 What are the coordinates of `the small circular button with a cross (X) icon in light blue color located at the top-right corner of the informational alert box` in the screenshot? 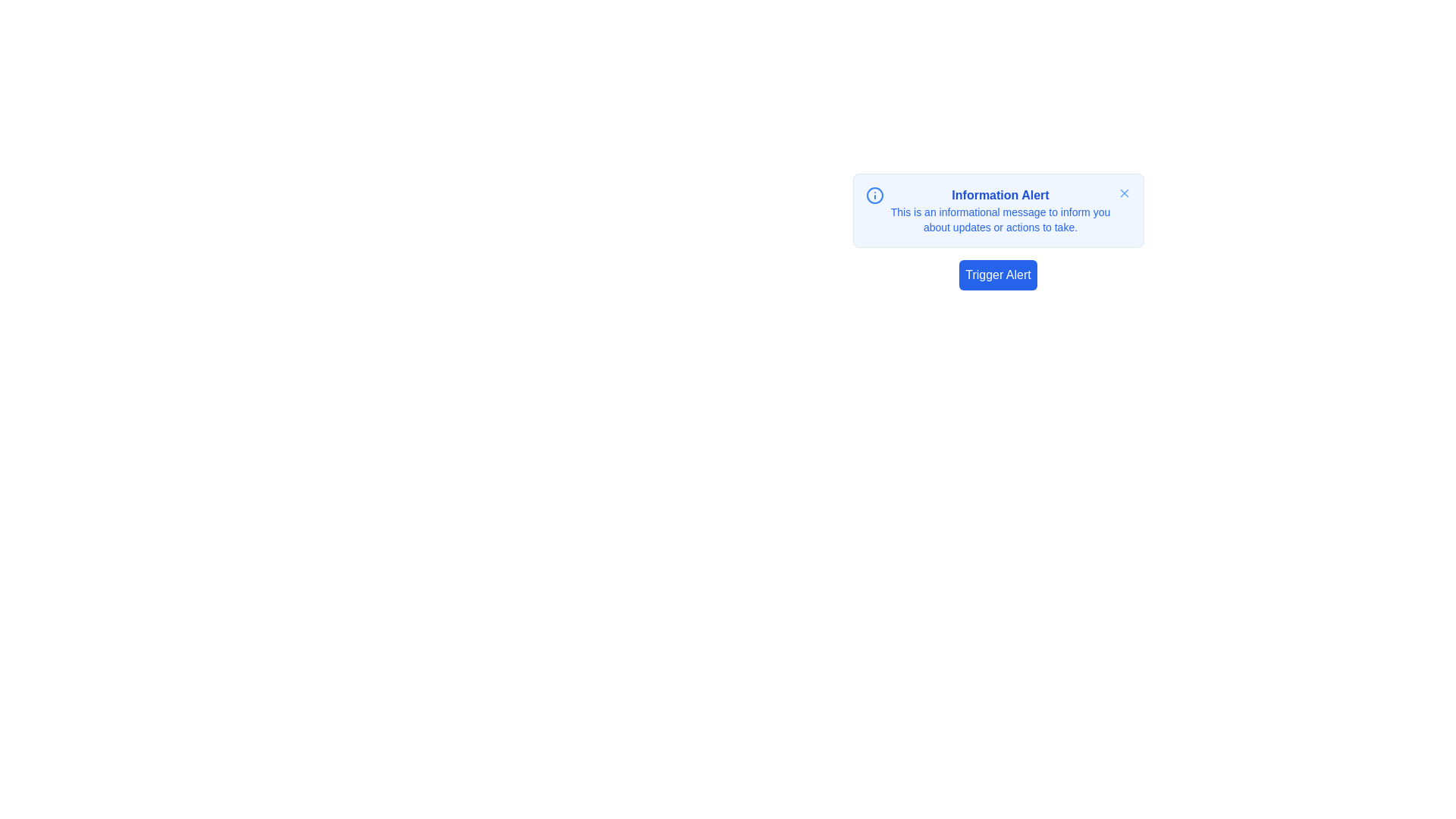 It's located at (1124, 192).